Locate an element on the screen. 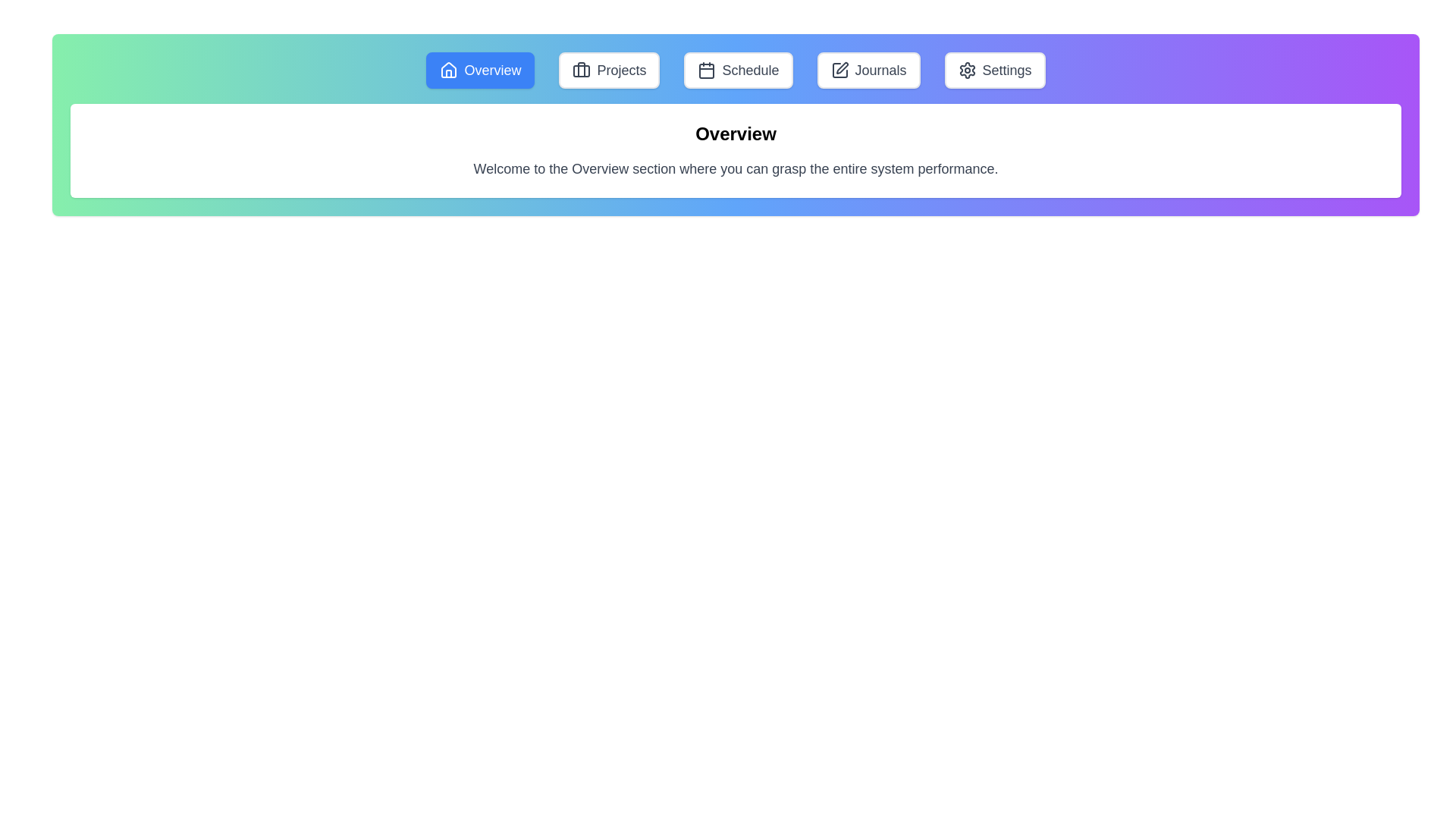 Image resolution: width=1456 pixels, height=819 pixels. the non-interactive segment of the SVG icon representing the 'Journals' navigation option, located in the top navigation bar is located at coordinates (839, 70).